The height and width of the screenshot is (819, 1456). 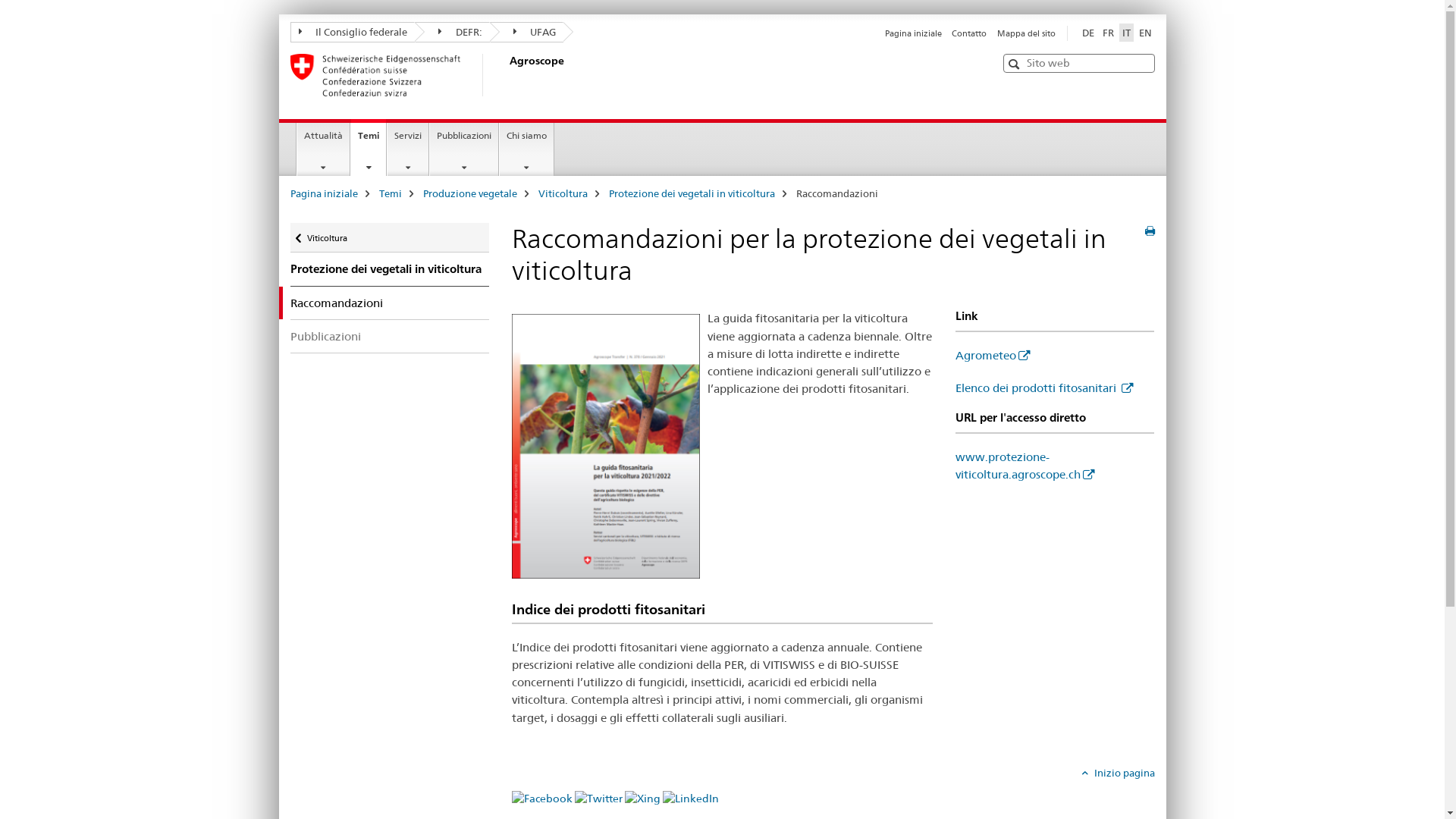 What do you see at coordinates (1150, 231) in the screenshot?
I see `'Stampa la pagina'` at bounding box center [1150, 231].